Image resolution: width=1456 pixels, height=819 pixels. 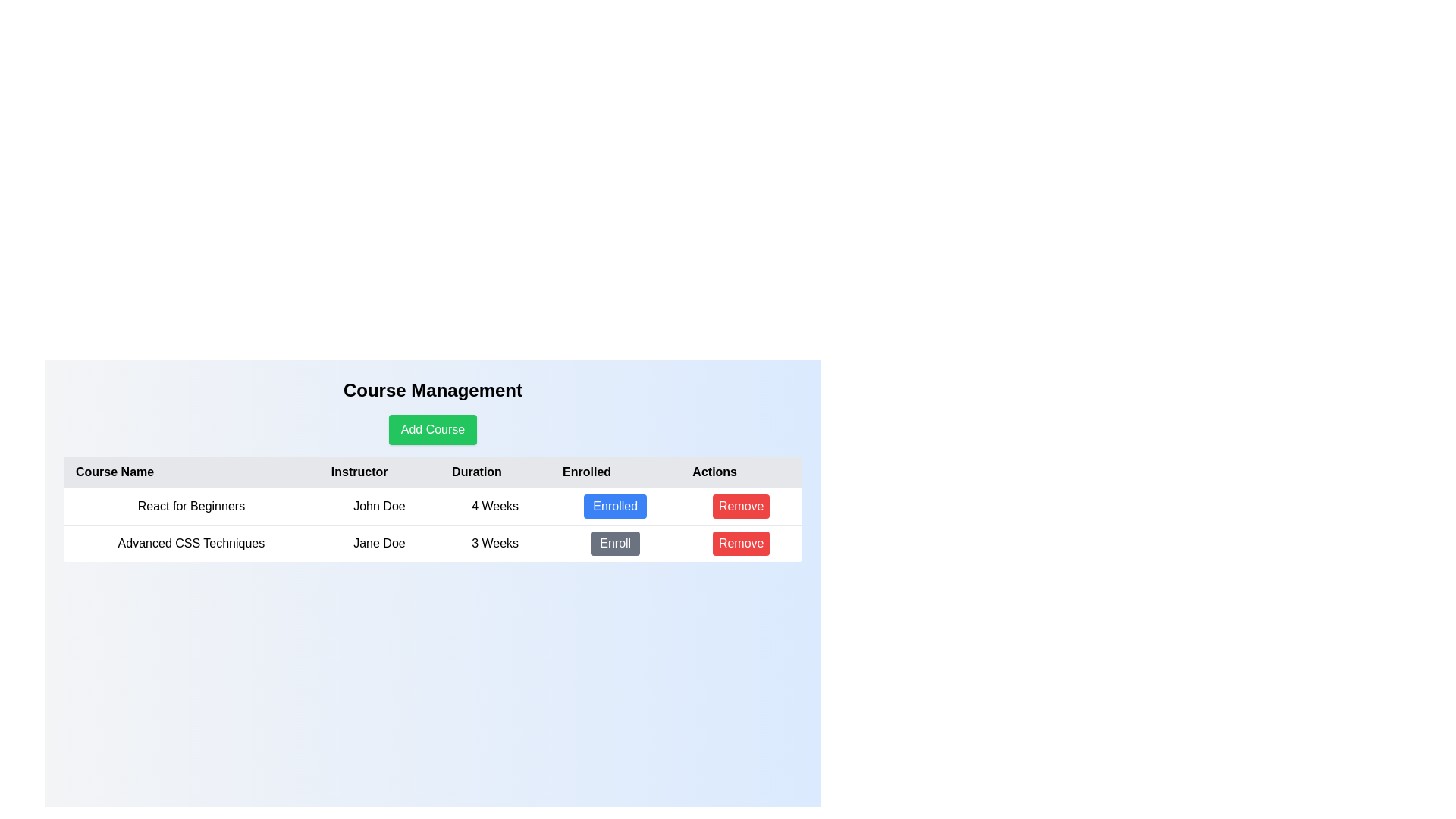 What do you see at coordinates (615, 542) in the screenshot?
I see `the 'Enroll' button, which is a rounded rectangle with gray background and white text located in the course management table` at bounding box center [615, 542].